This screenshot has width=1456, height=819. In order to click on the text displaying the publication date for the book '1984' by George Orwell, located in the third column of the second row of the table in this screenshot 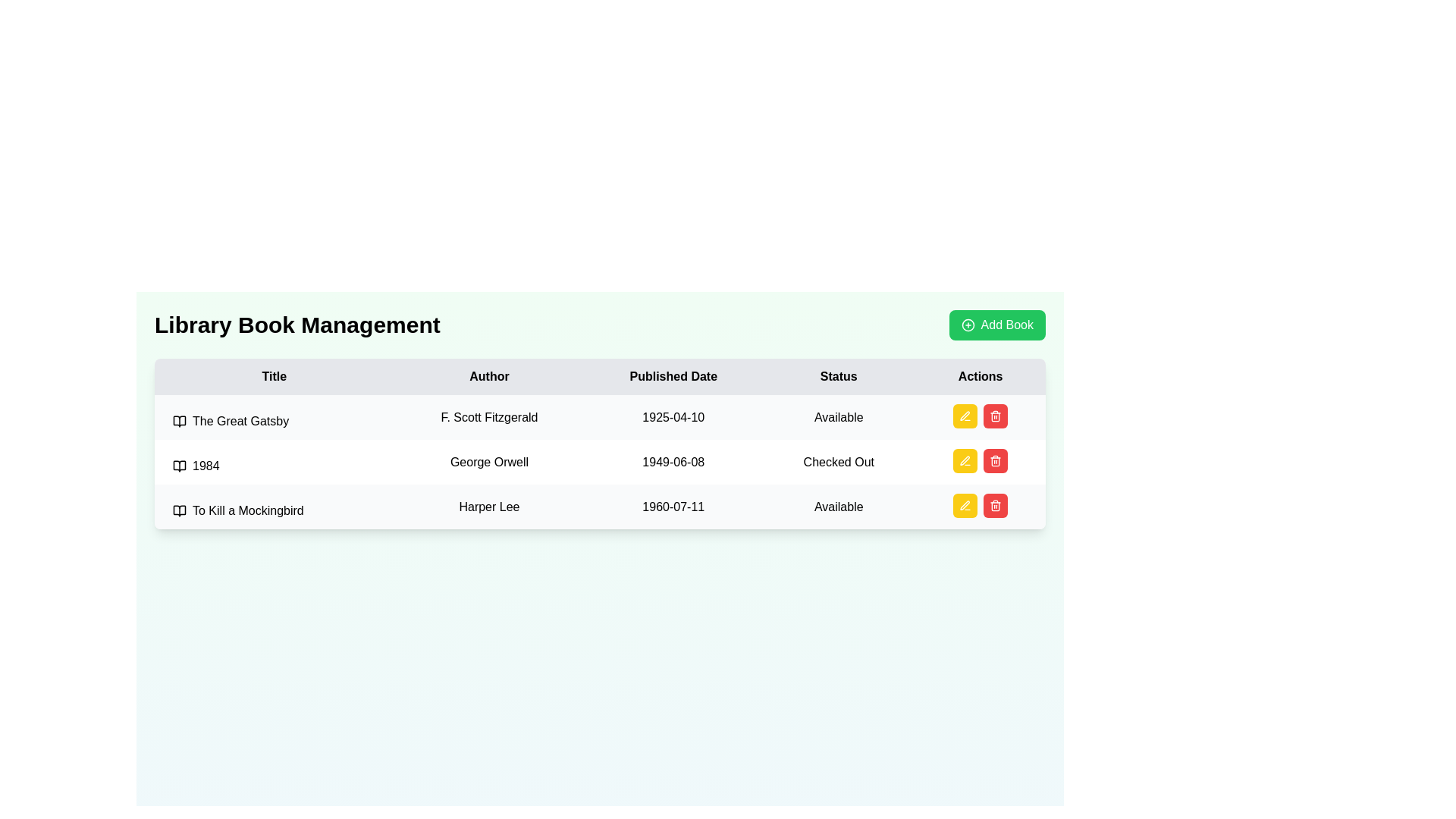, I will do `click(673, 461)`.